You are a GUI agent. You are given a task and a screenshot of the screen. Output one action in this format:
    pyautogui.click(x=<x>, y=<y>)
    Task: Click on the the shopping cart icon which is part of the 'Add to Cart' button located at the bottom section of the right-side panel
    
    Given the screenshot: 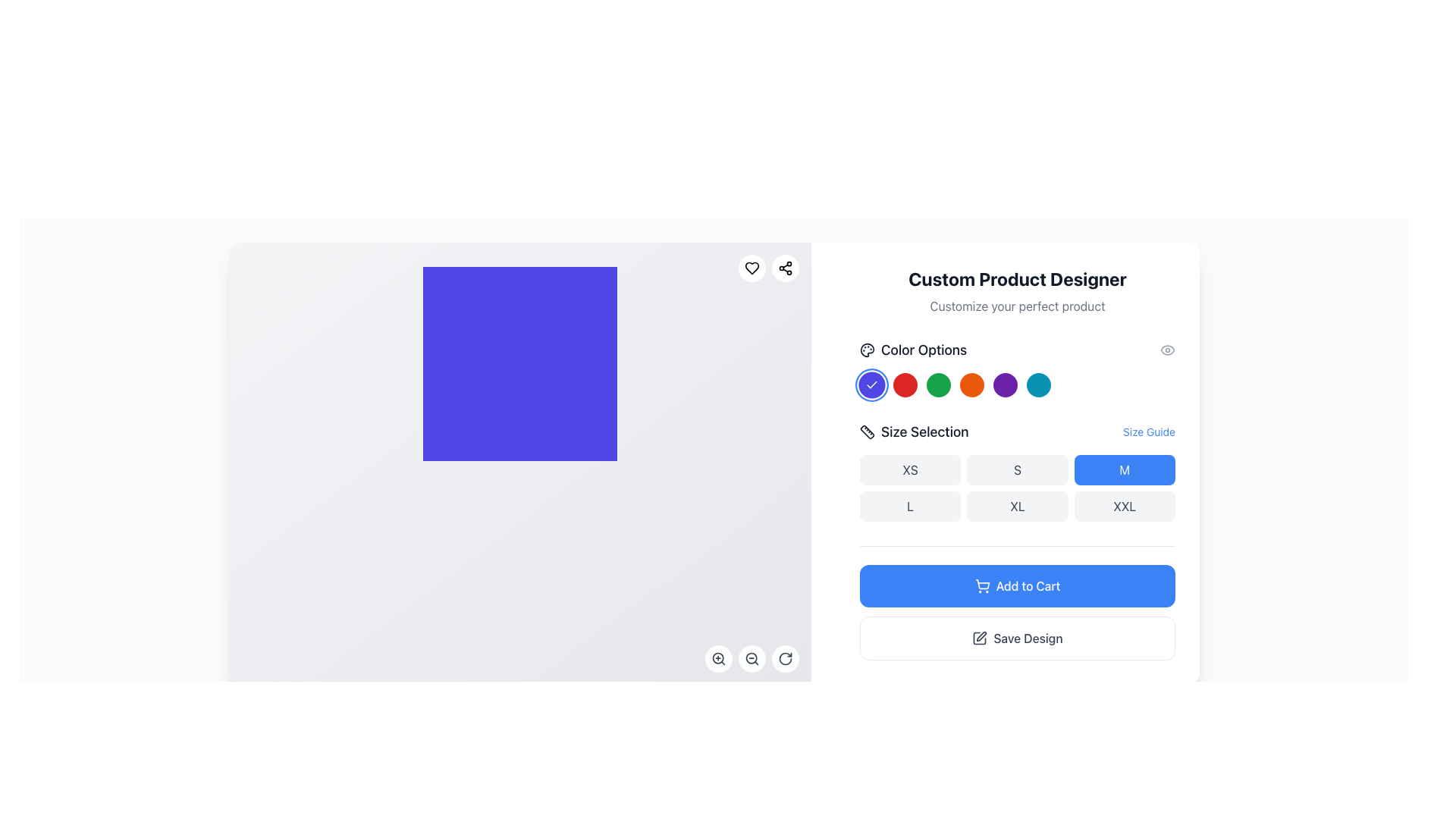 What is the action you would take?
    pyautogui.click(x=982, y=585)
    